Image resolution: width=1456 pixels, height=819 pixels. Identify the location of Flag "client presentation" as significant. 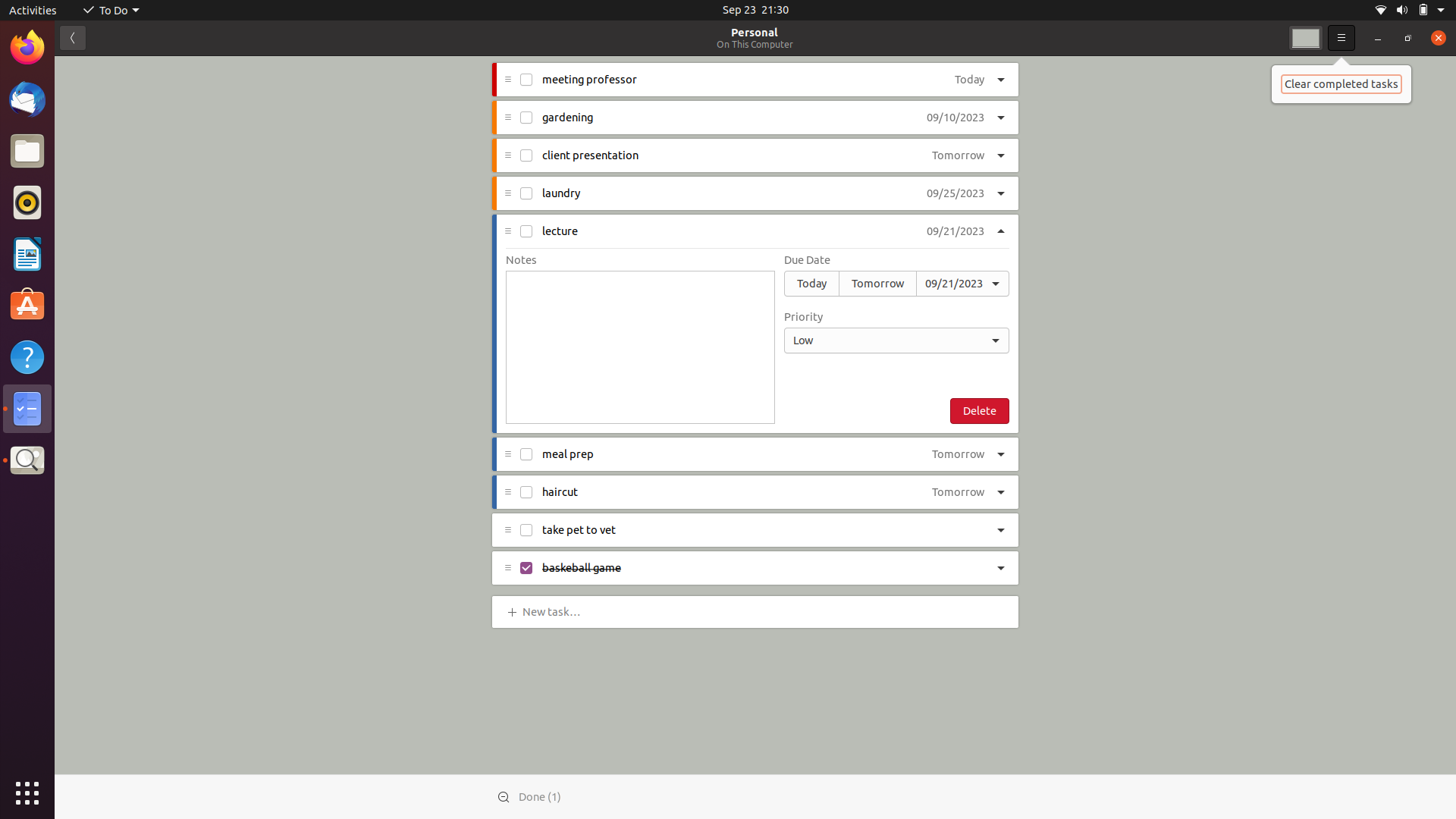
(1002, 155).